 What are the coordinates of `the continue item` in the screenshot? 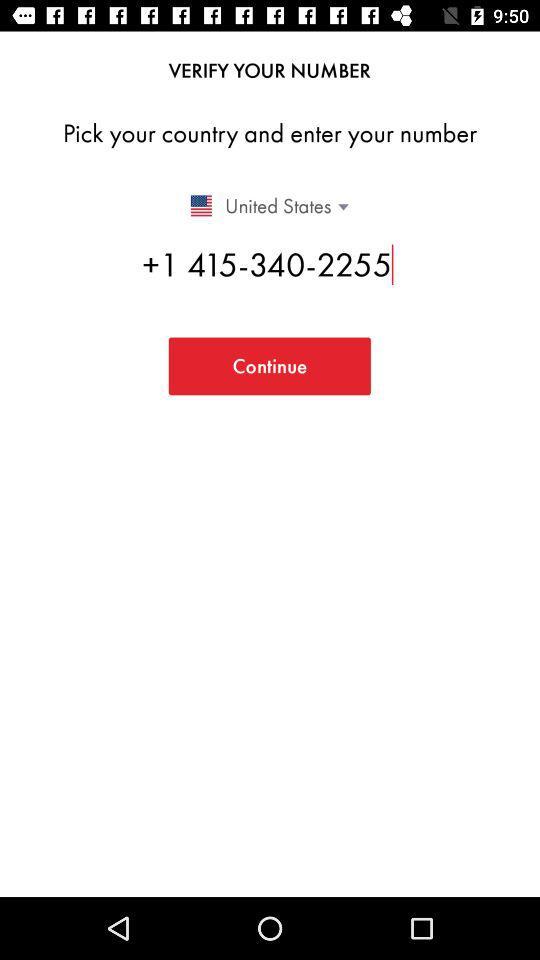 It's located at (269, 365).